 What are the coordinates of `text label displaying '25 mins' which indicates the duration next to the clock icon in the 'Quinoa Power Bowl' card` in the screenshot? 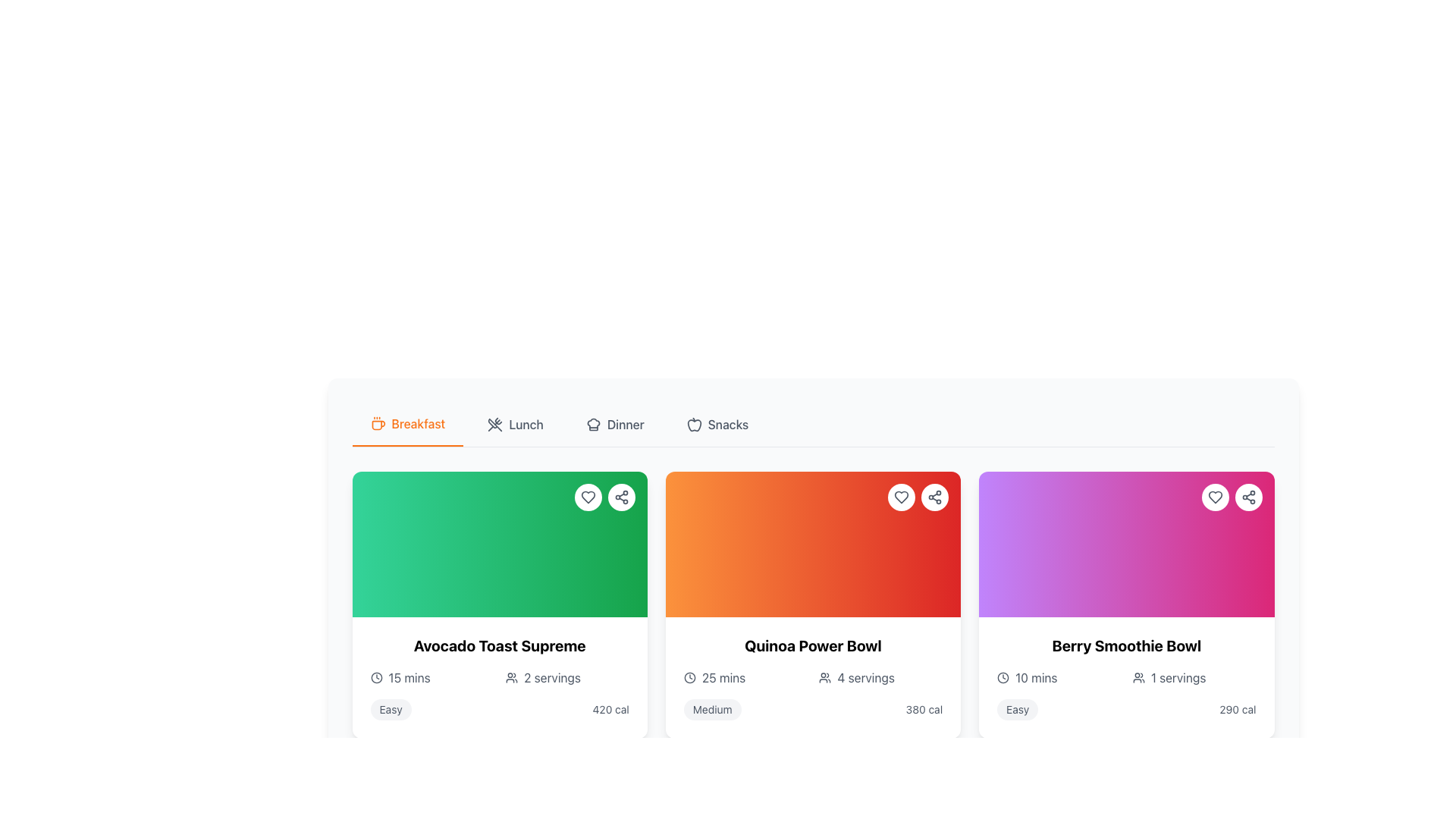 It's located at (723, 677).